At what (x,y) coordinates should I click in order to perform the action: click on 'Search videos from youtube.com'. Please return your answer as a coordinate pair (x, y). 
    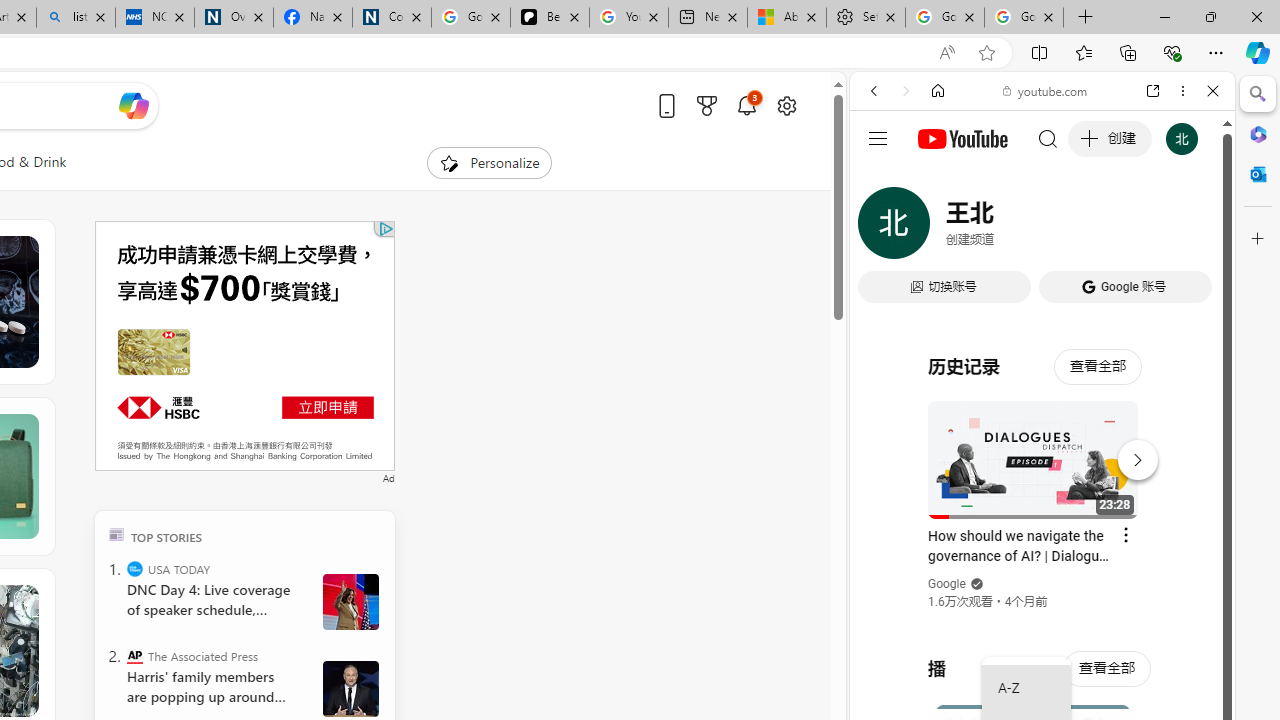
    Looking at the image, I should click on (1006, 658).